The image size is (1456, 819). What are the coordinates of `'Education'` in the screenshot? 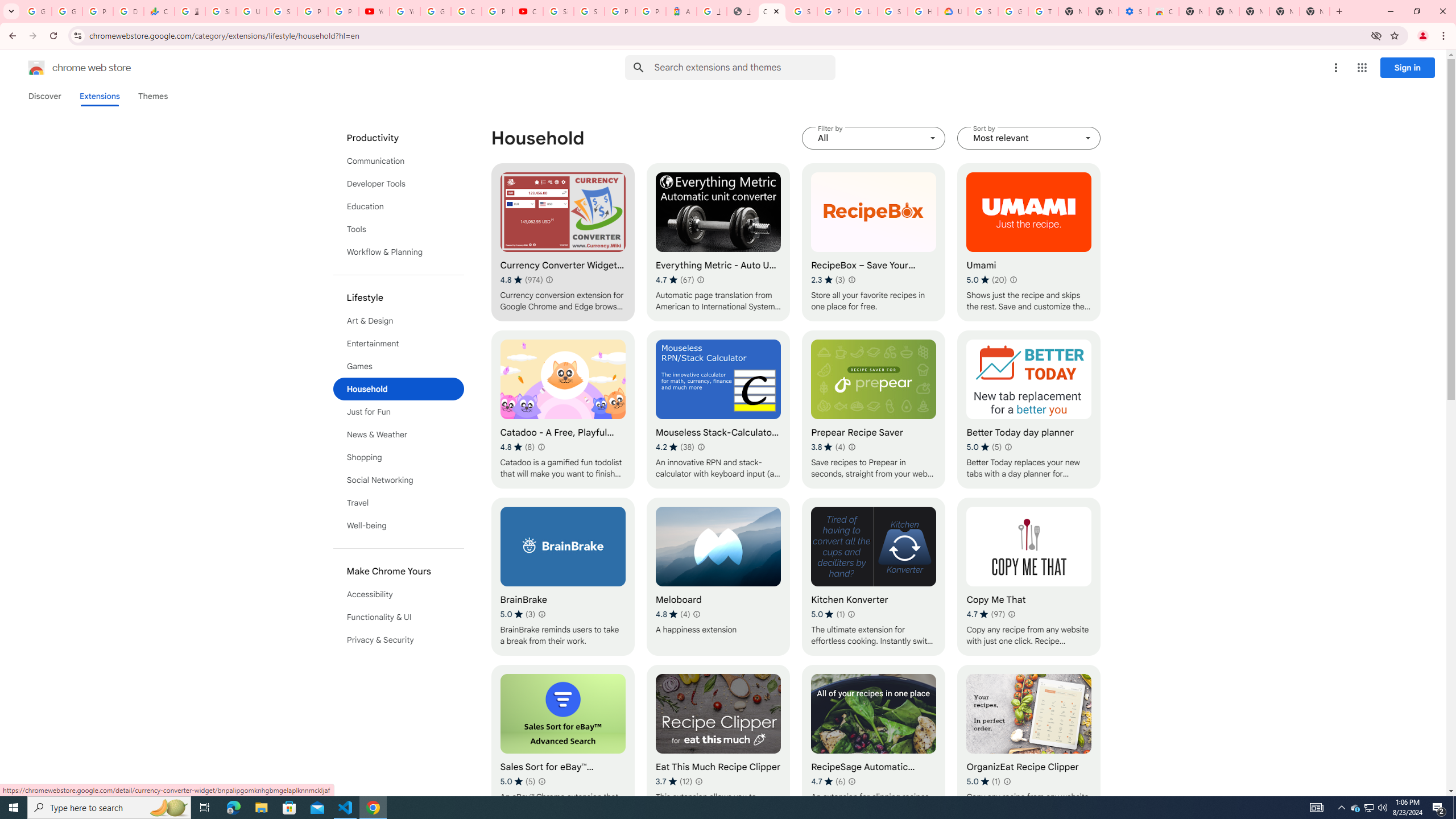 It's located at (399, 205).